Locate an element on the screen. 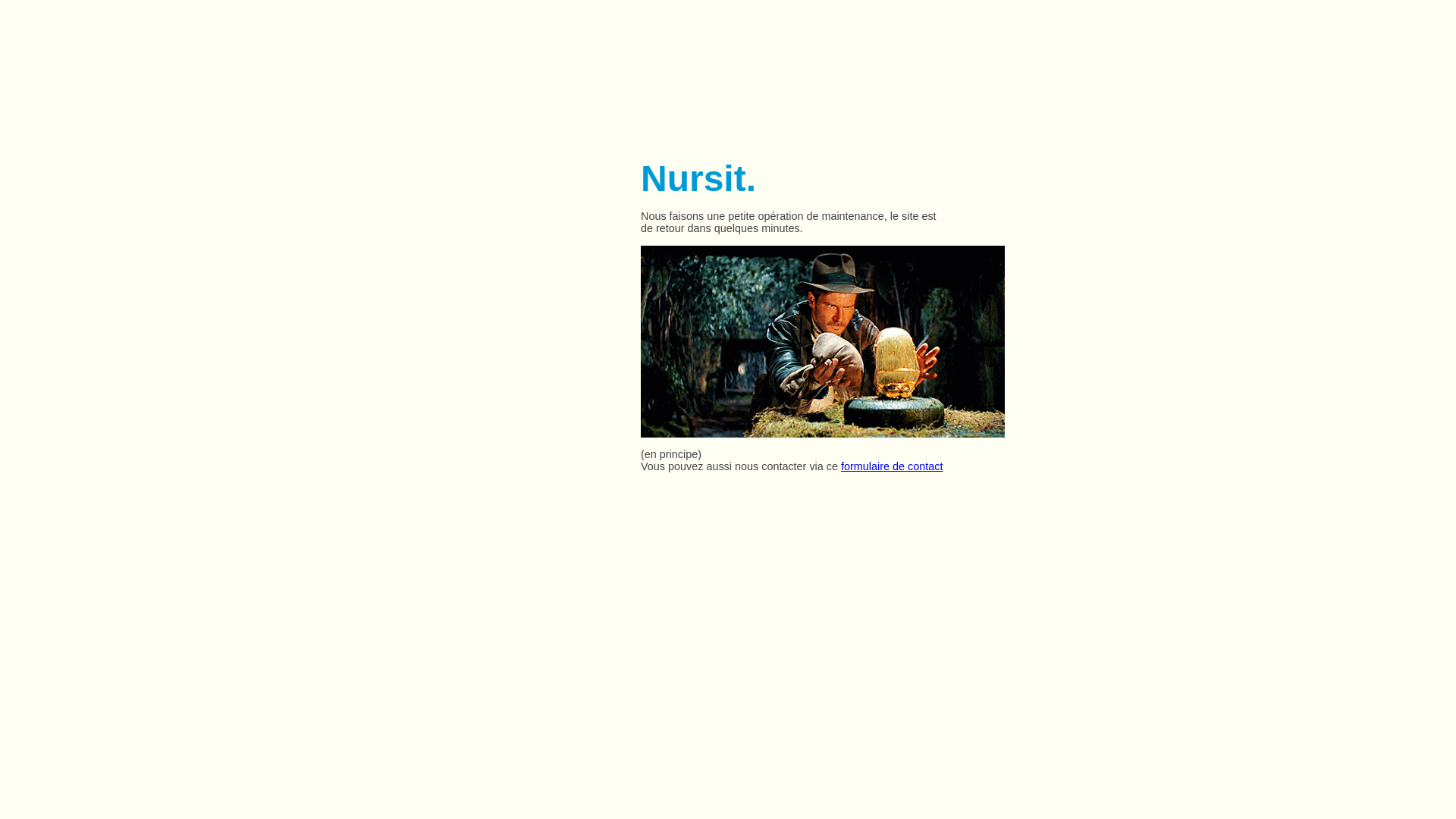 The width and height of the screenshot is (1456, 819). 'formulaire de contact' is located at coordinates (892, 465).